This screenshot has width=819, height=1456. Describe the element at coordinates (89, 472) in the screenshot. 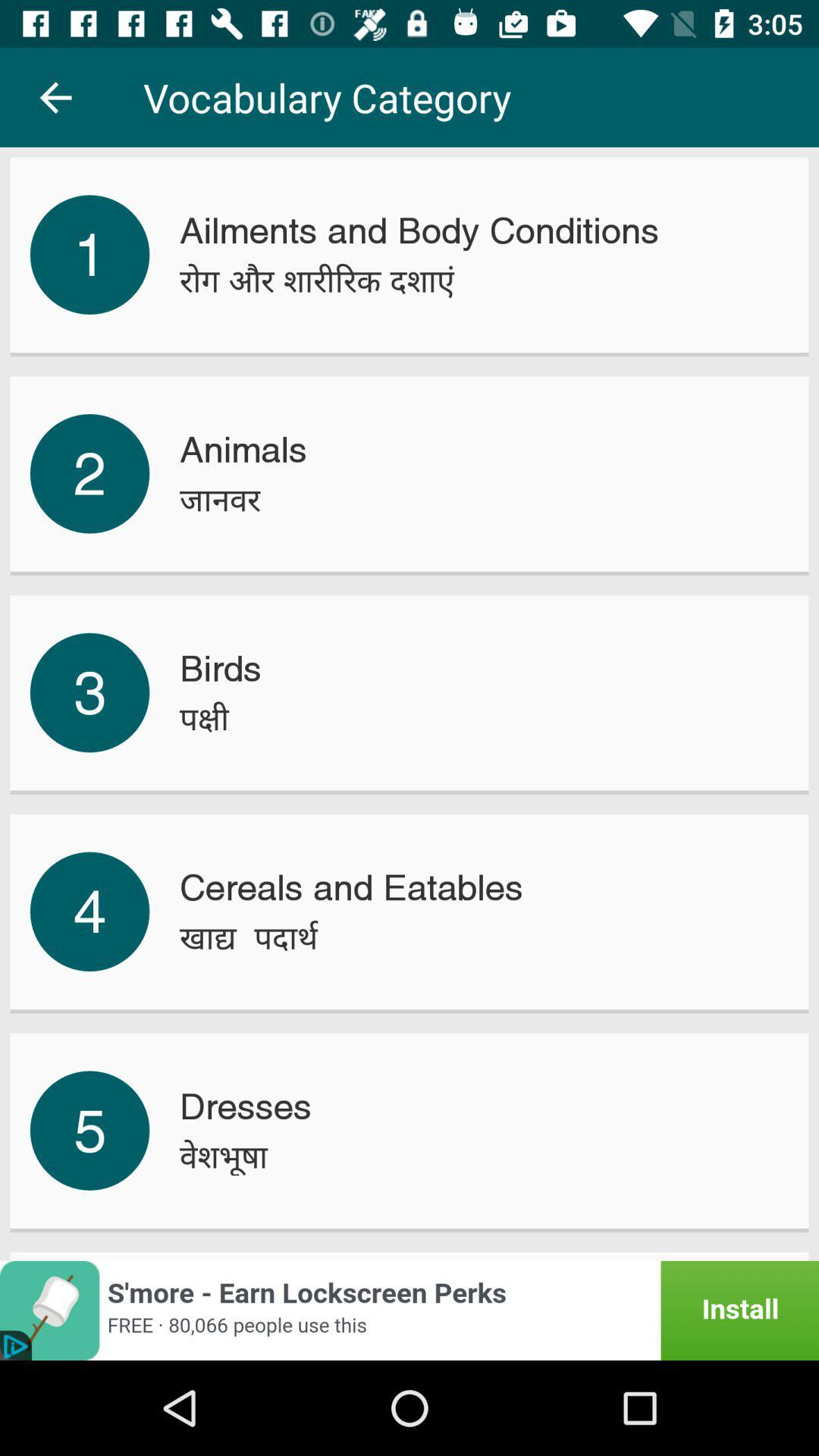

I see `the icon next to animals` at that location.